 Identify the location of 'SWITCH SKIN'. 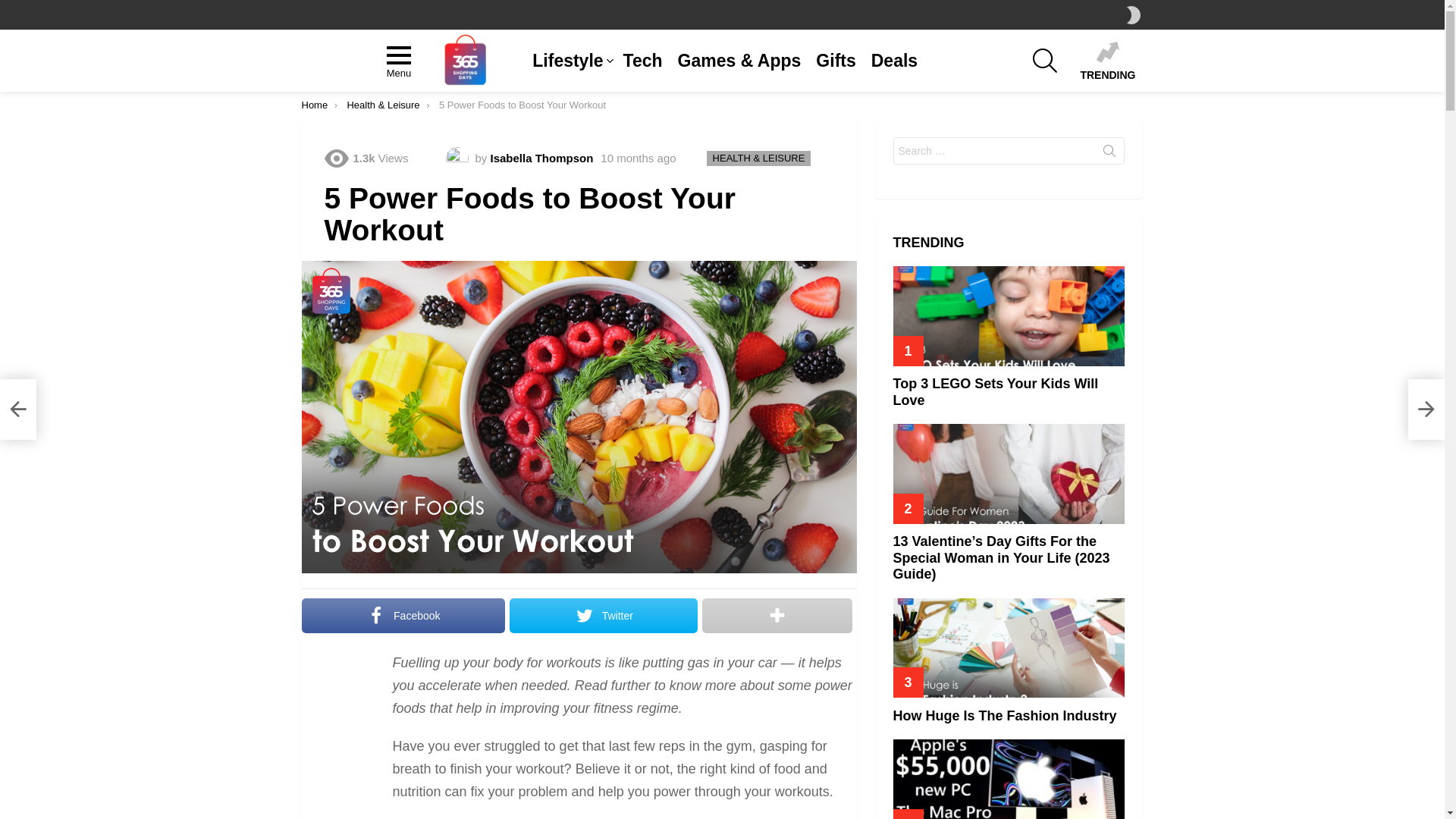
(1133, 14).